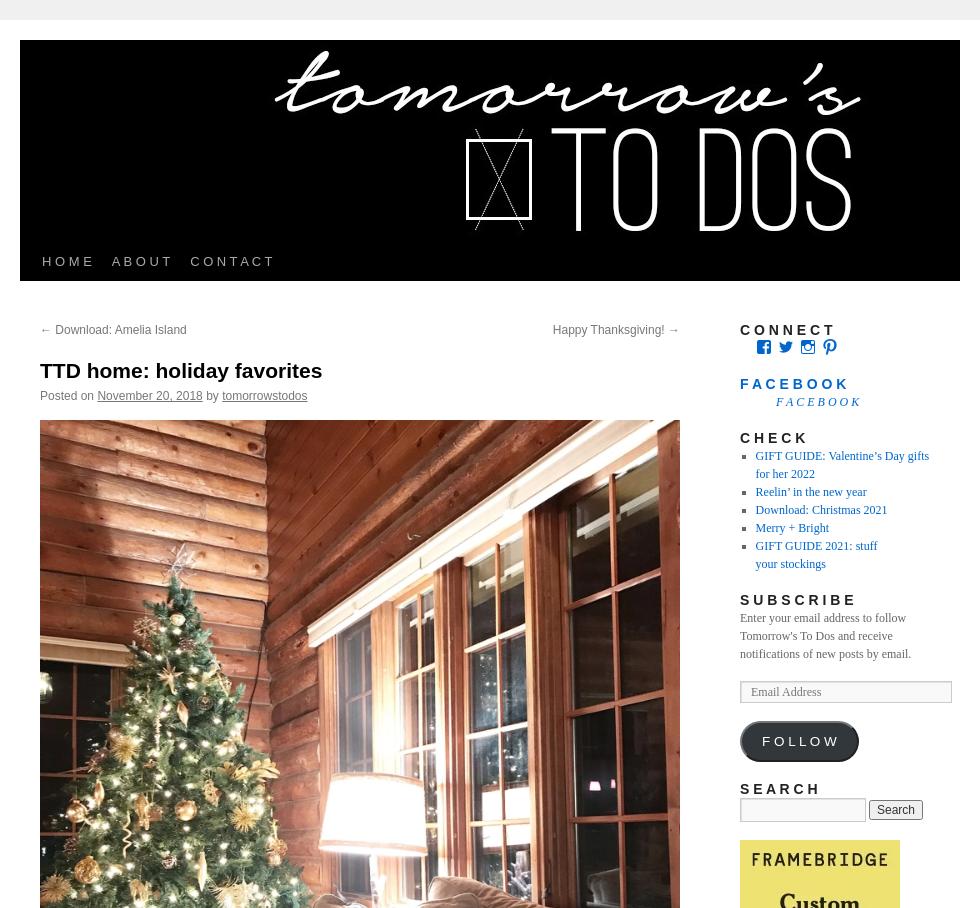 Image resolution: width=980 pixels, height=908 pixels. What do you see at coordinates (796, 600) in the screenshot?
I see `'S U B S C R I B E'` at bounding box center [796, 600].